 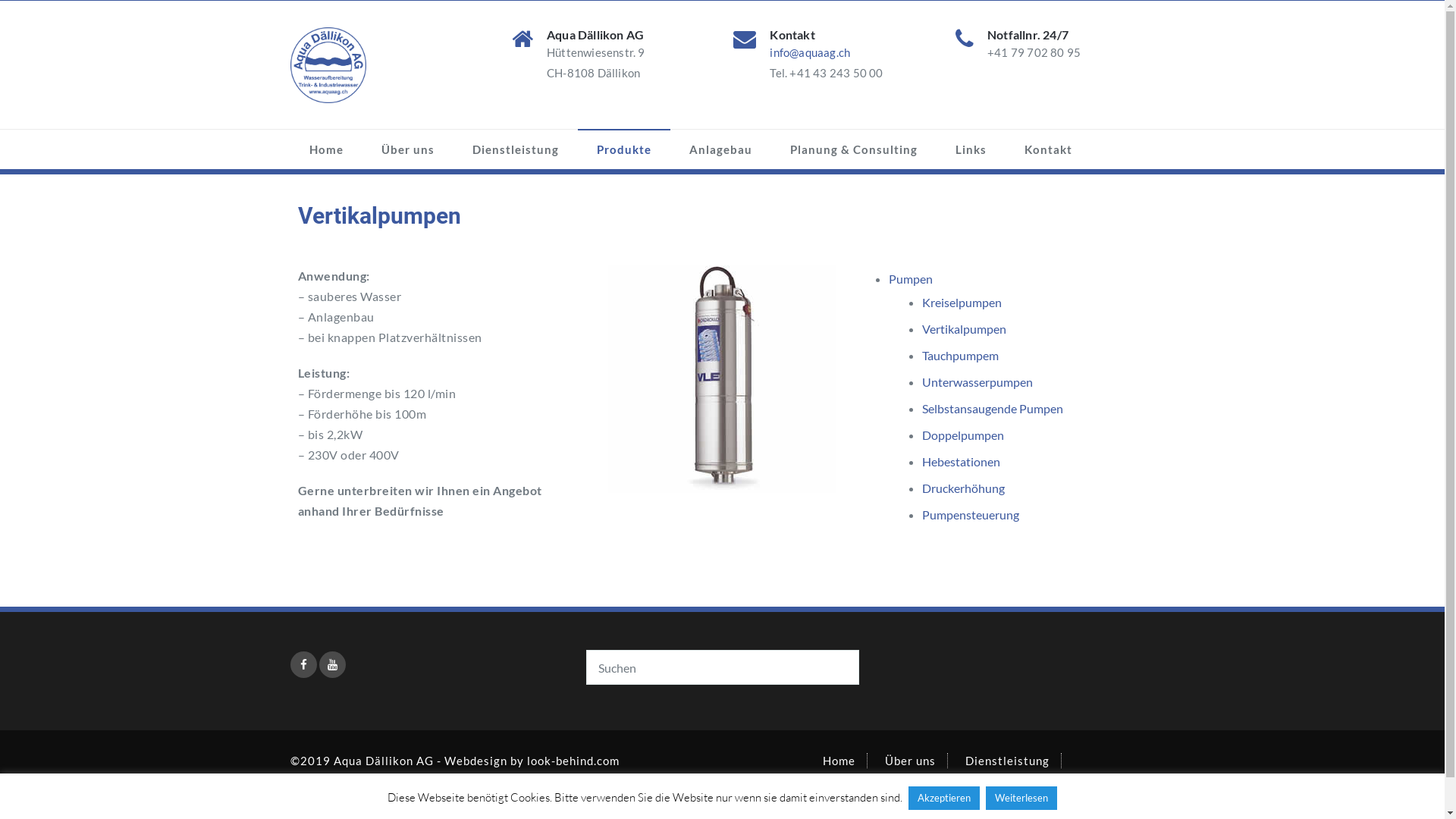 I want to click on 'Unterwasserpumpen', so click(x=977, y=381).